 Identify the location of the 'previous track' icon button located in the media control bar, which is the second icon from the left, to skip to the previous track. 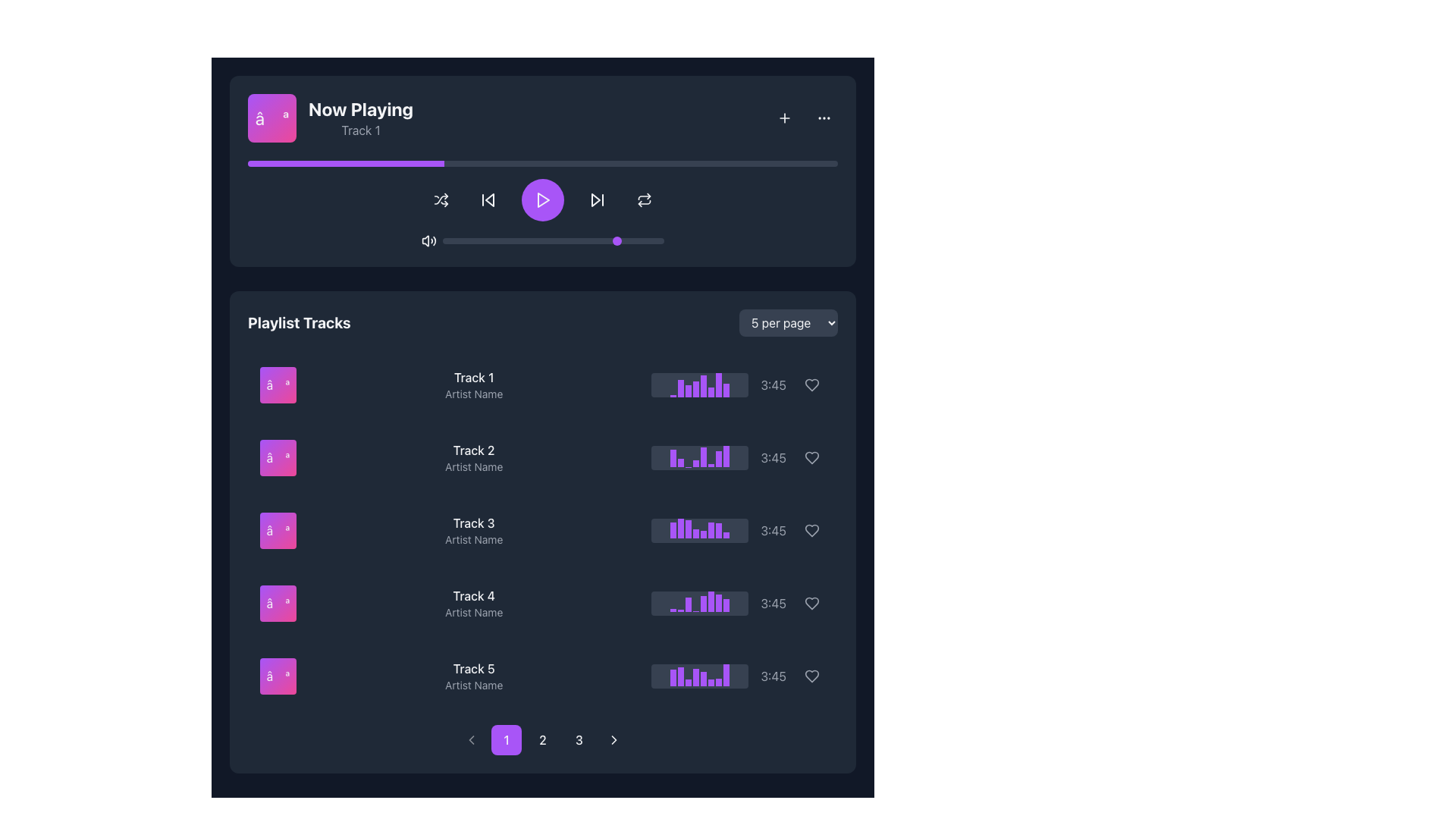
(488, 199).